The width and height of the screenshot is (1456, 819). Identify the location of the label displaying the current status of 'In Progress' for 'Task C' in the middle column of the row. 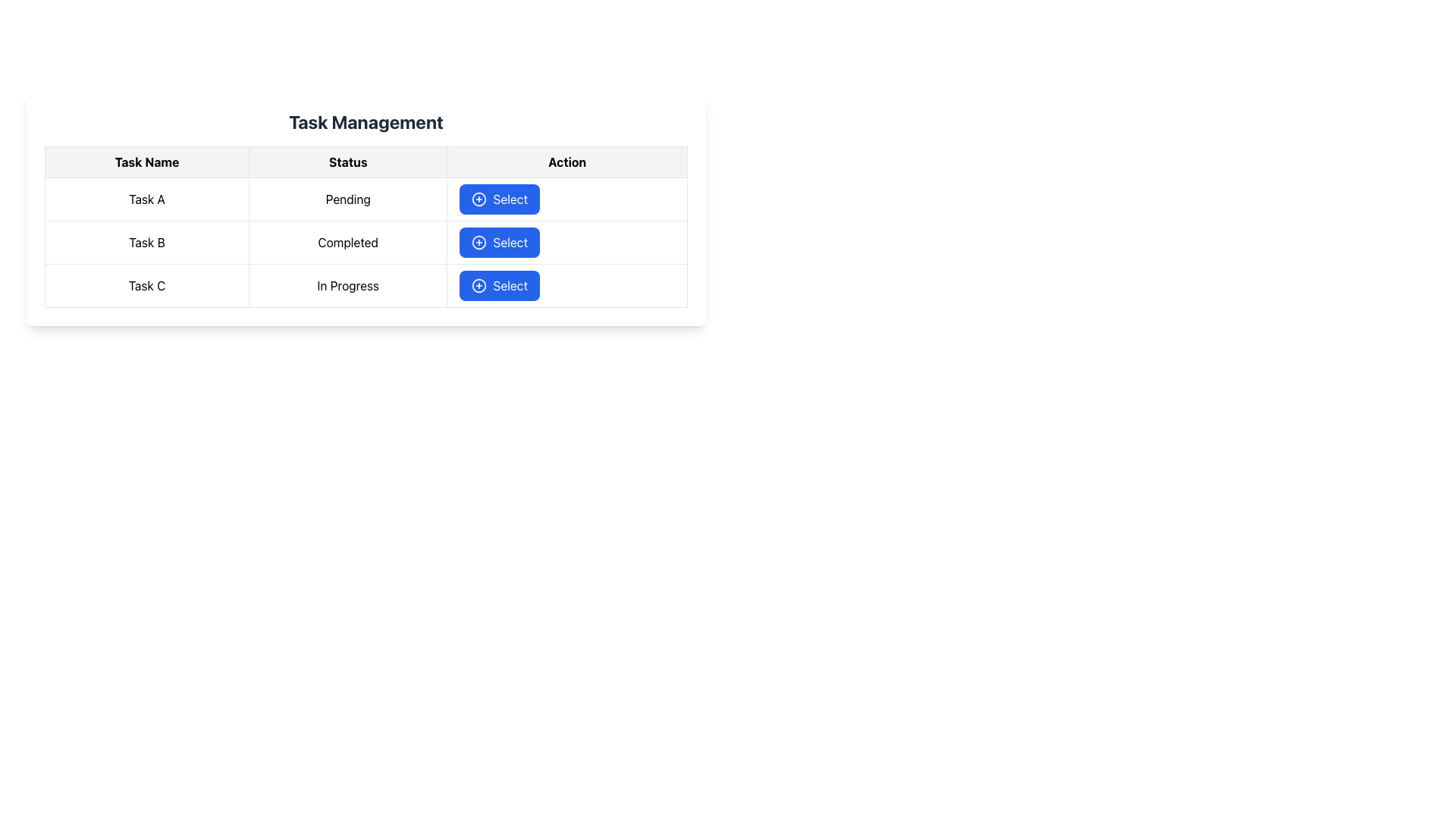
(347, 286).